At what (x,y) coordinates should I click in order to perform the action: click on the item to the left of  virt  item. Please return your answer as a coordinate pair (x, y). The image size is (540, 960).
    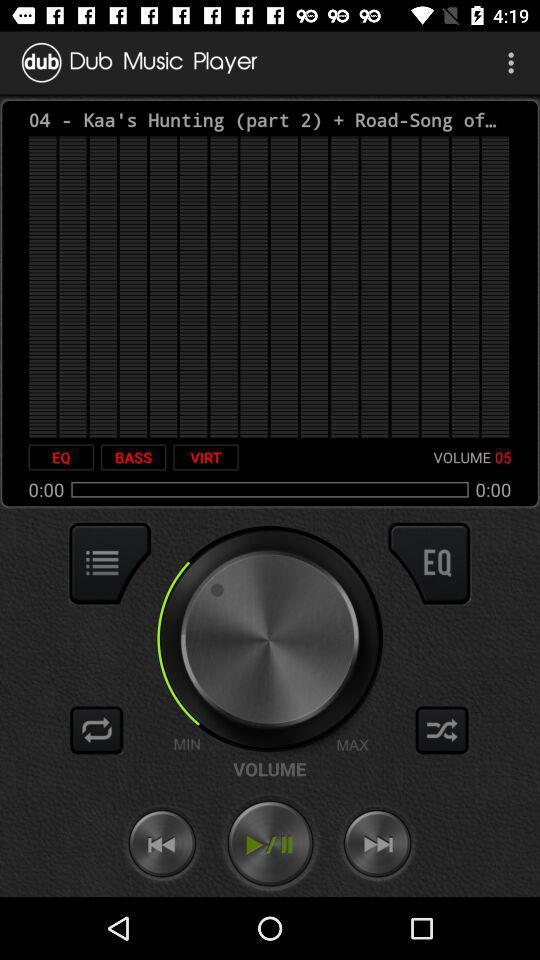
    Looking at the image, I should click on (133, 457).